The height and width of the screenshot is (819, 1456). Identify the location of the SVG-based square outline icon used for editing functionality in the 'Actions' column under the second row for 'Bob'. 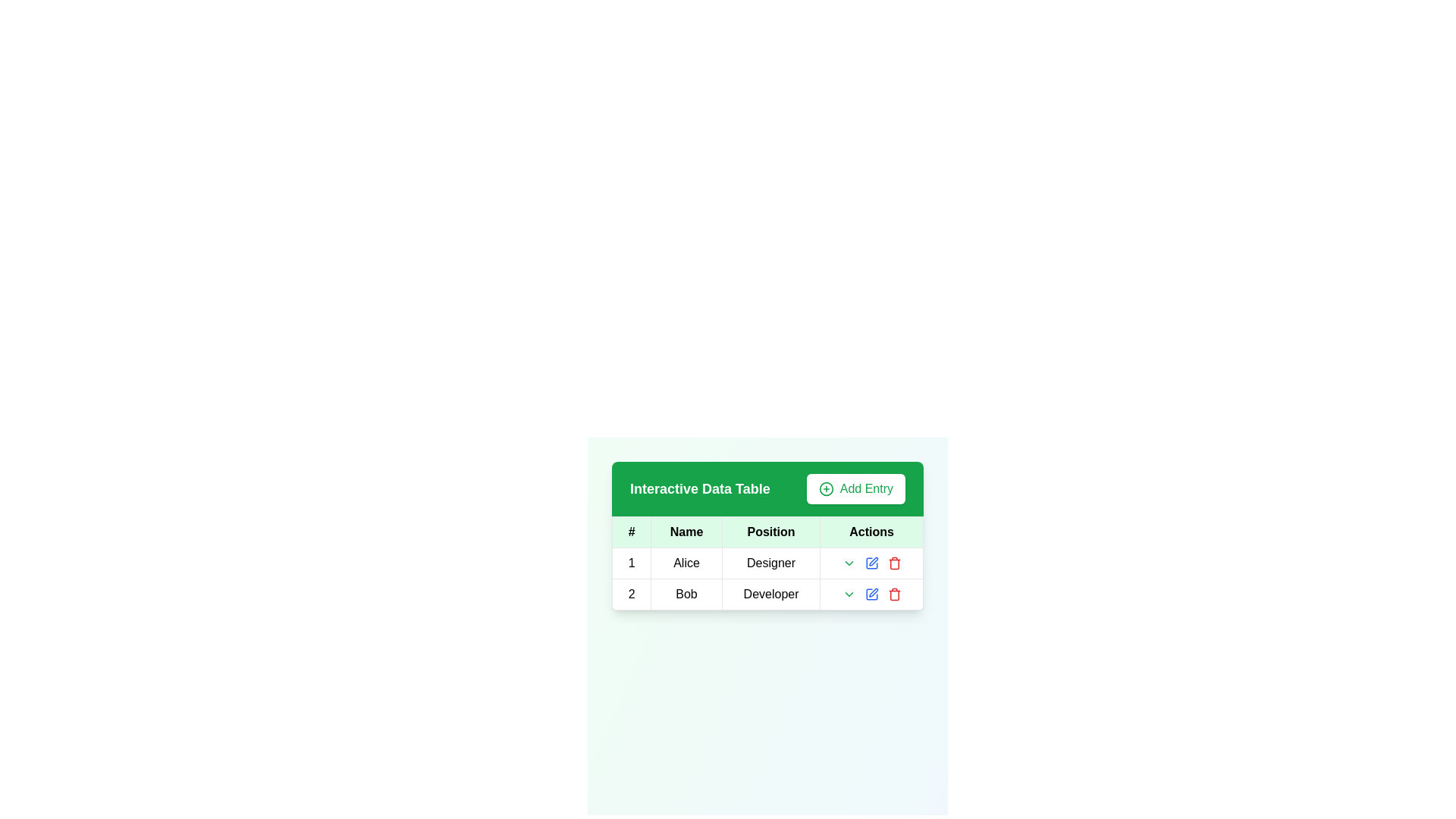
(871, 563).